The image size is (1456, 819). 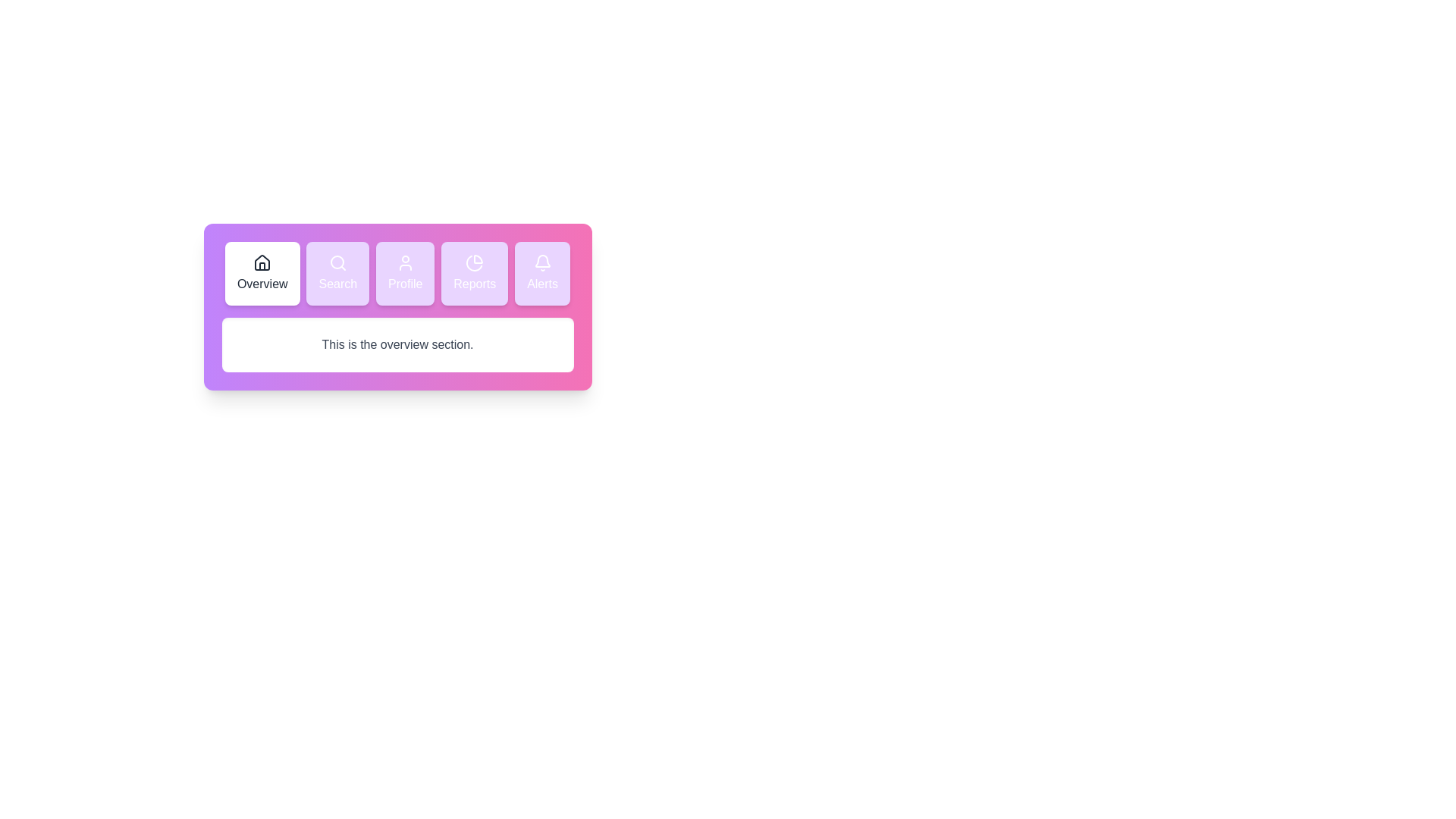 I want to click on the 'Alerts' navigation button located at the top-right corner of the button row, so click(x=542, y=274).